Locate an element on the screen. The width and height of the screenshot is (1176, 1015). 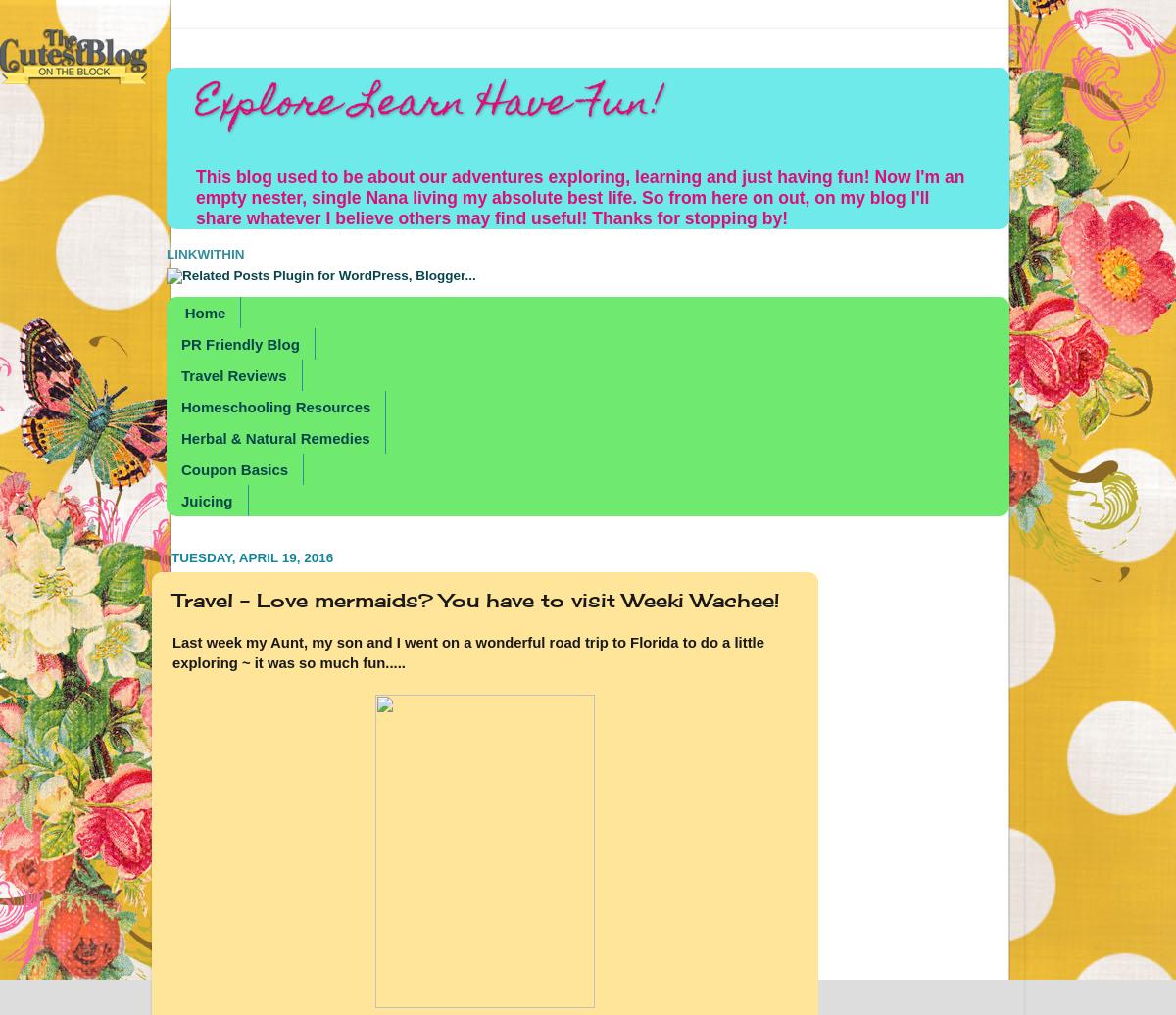
'PR Friendly Blog' is located at coordinates (239, 343).